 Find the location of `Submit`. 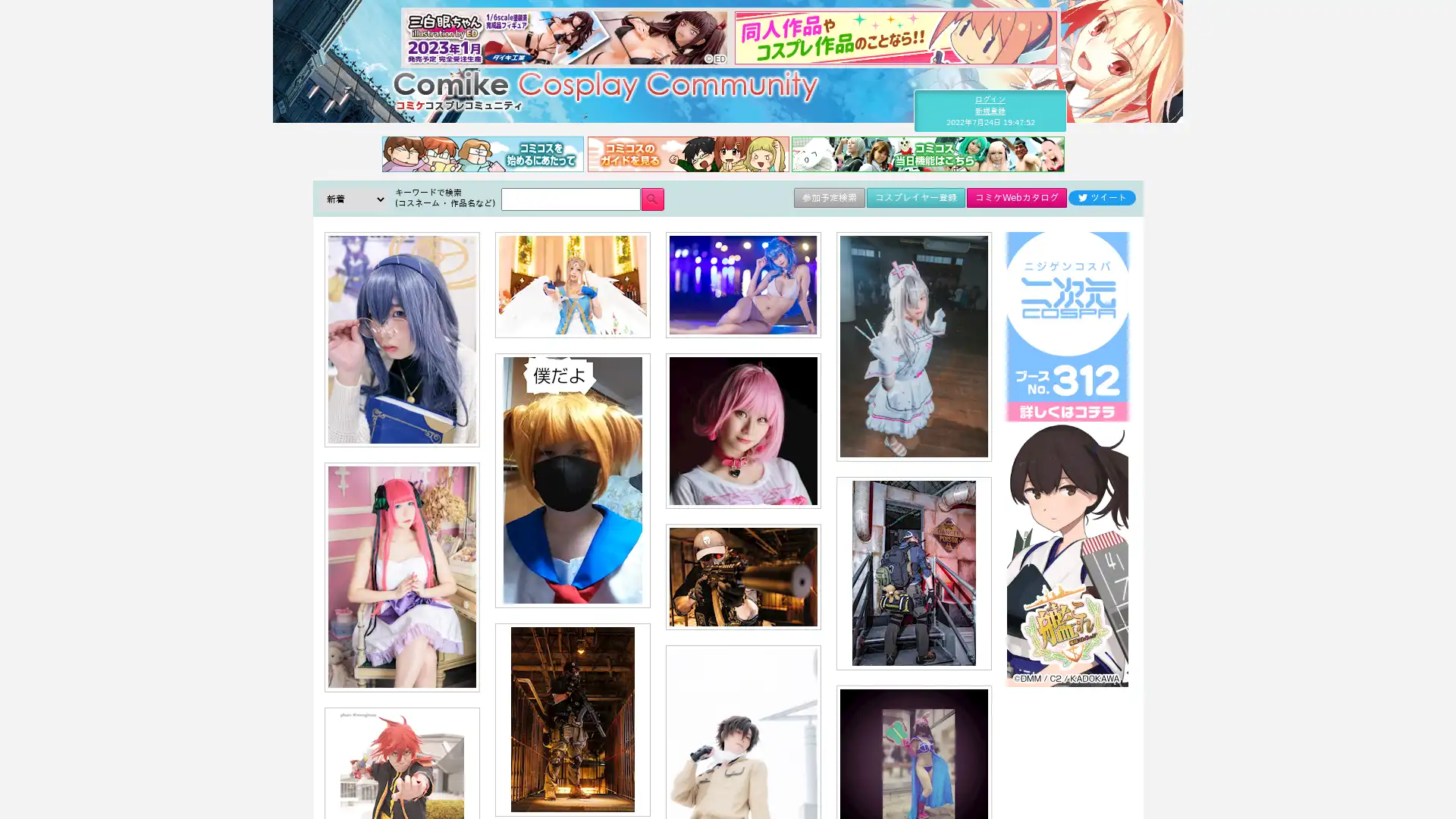

Submit is located at coordinates (651, 198).